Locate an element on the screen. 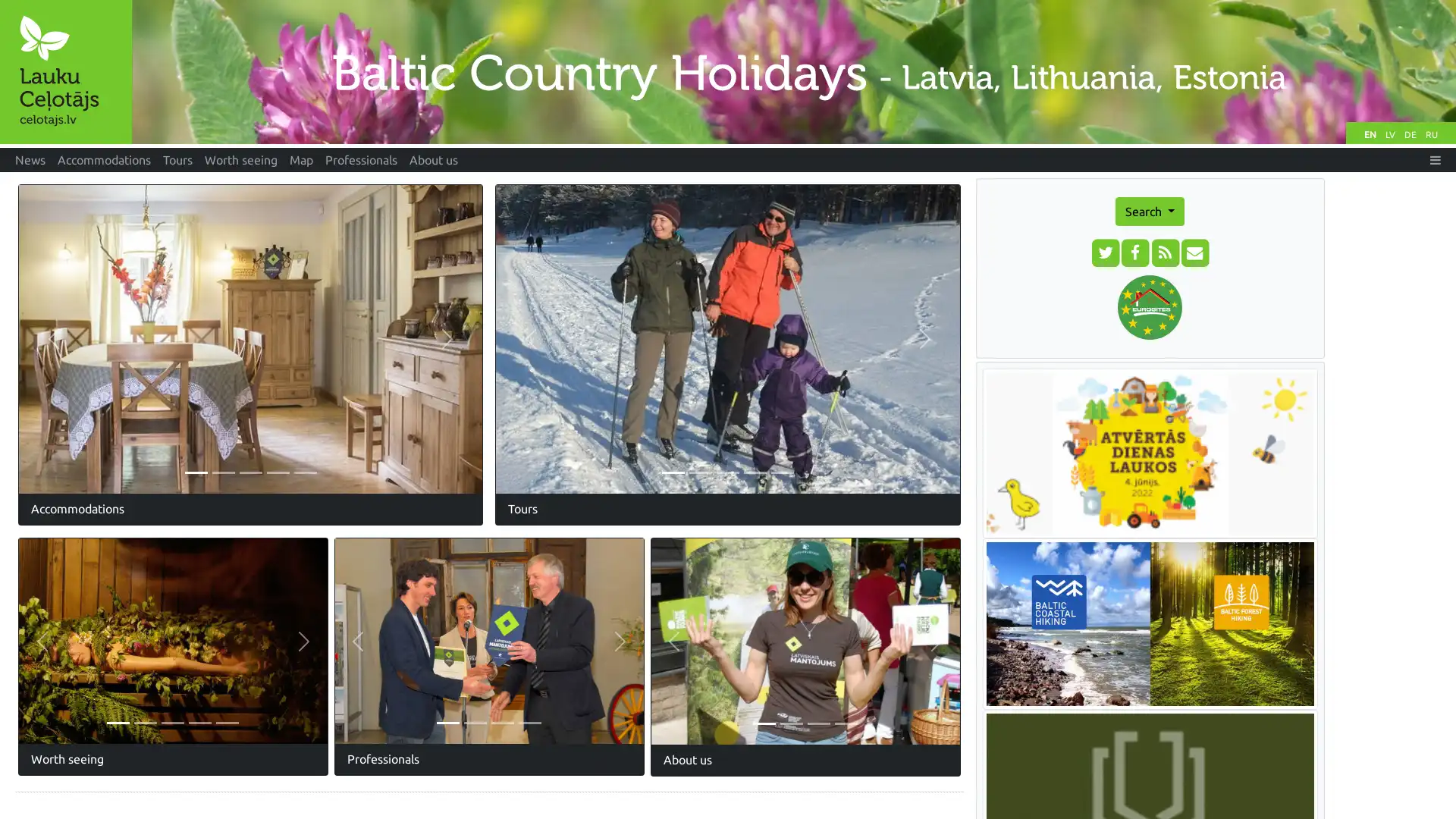 This screenshot has height=819, width=1456. Next is located at coordinates (447, 338).